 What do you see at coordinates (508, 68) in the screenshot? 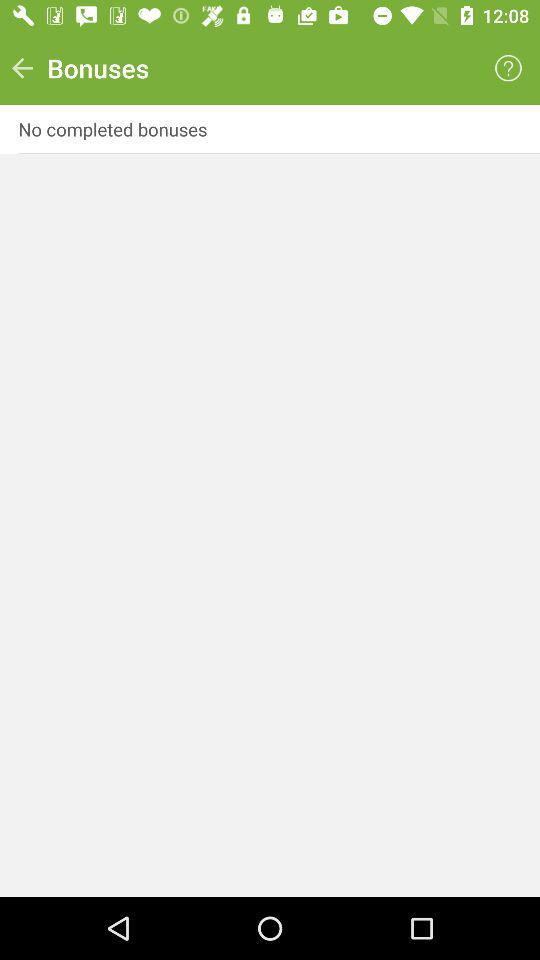
I see `the item to the right of bonuses item` at bounding box center [508, 68].